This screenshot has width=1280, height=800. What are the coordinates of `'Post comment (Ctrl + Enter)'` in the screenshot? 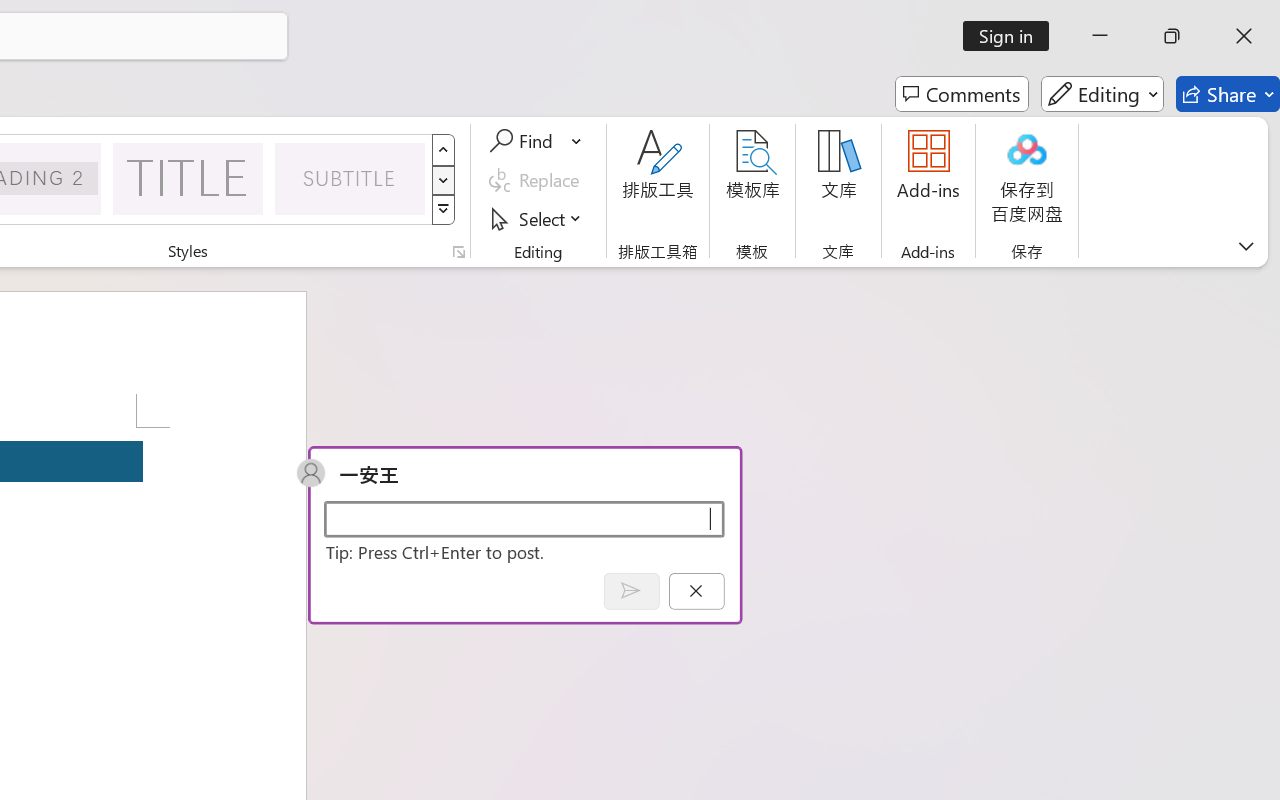 It's located at (630, 590).